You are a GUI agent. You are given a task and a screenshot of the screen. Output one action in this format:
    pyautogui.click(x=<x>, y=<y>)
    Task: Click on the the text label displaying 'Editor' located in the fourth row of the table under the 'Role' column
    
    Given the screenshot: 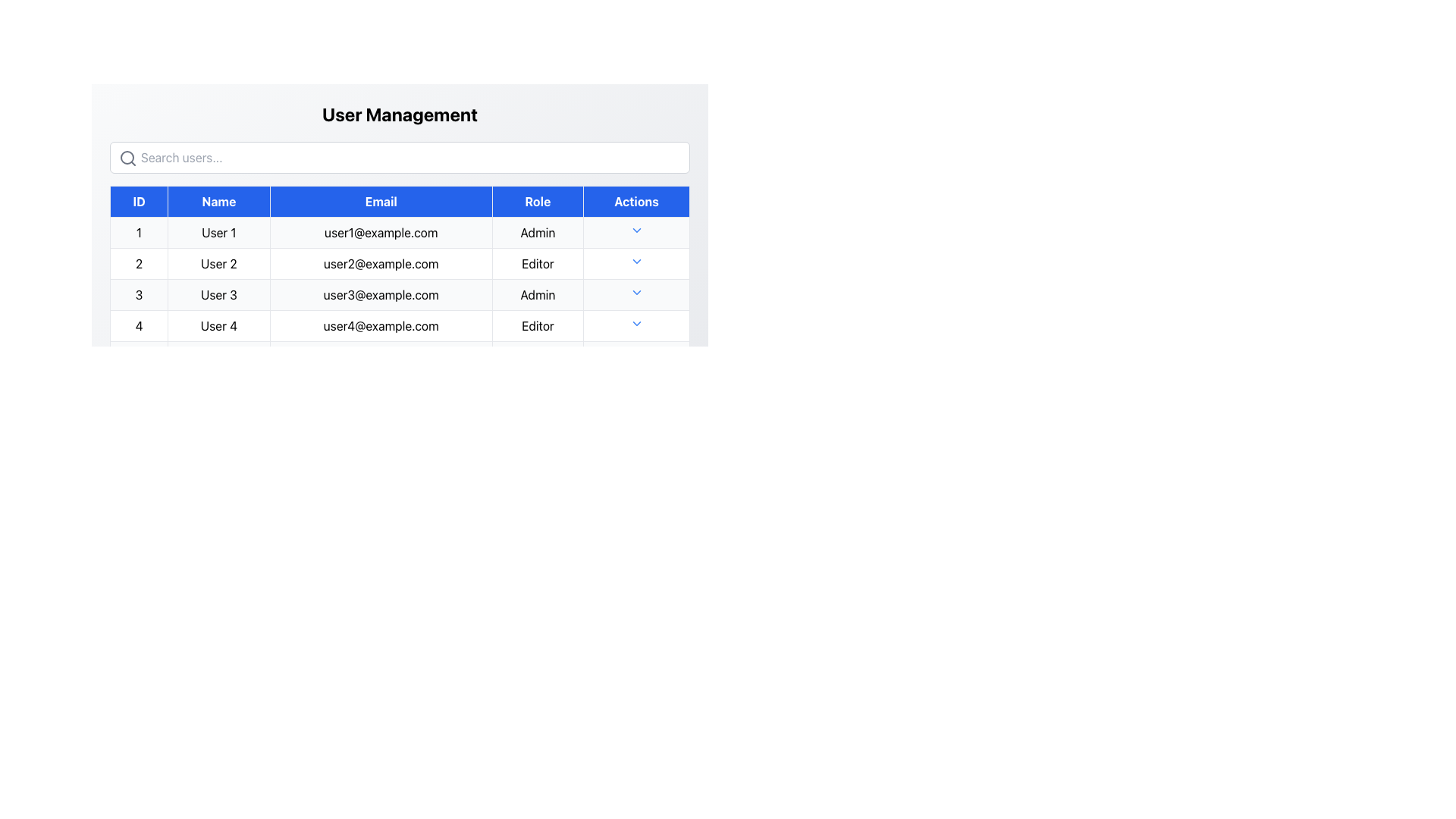 What is the action you would take?
    pyautogui.click(x=538, y=325)
    